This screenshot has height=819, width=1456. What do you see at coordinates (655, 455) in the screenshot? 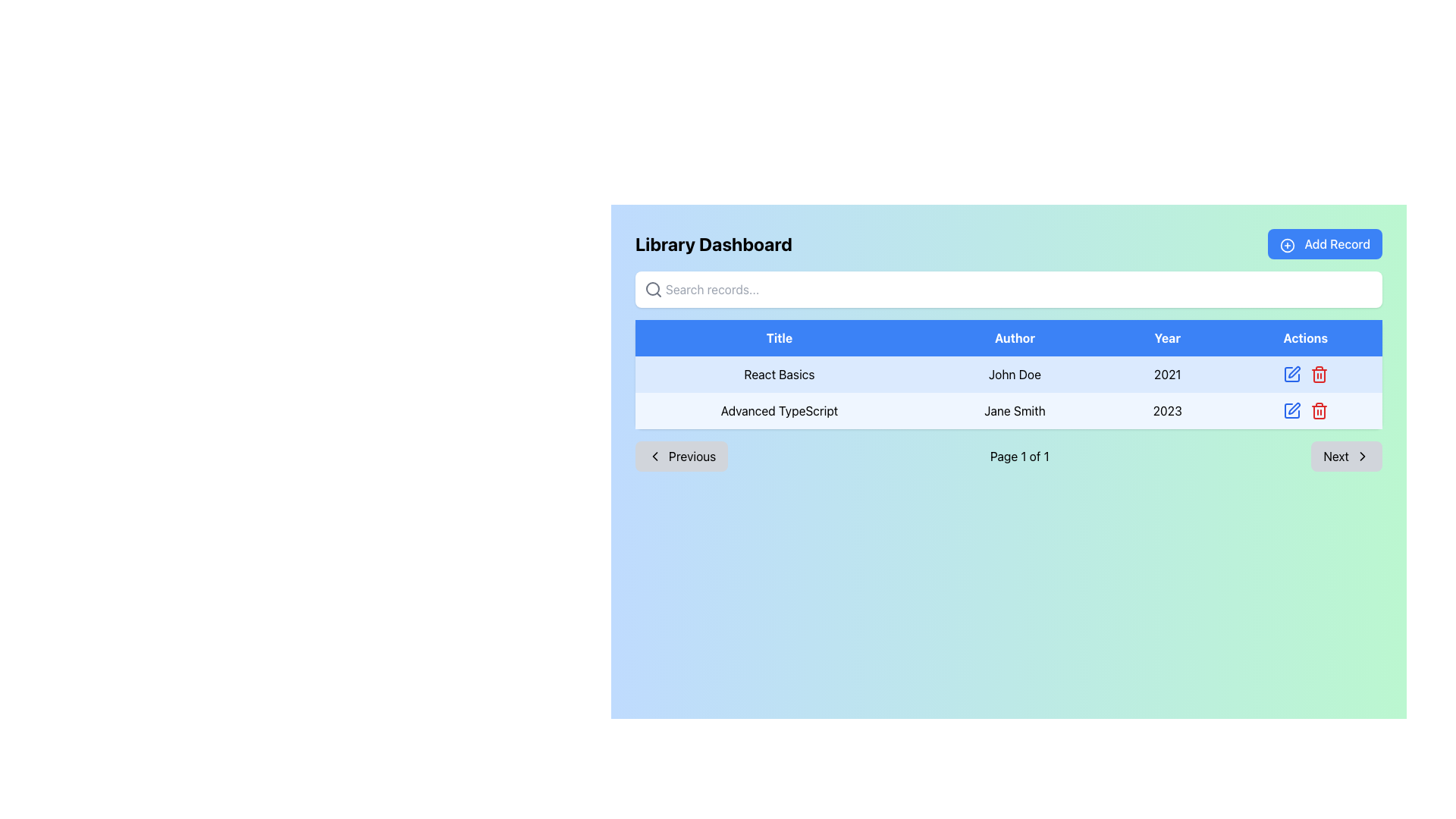
I see `the left-pointing chevron SVG icon located to the left of the 'Previous' button in the bottom-left area of the content section` at bounding box center [655, 455].